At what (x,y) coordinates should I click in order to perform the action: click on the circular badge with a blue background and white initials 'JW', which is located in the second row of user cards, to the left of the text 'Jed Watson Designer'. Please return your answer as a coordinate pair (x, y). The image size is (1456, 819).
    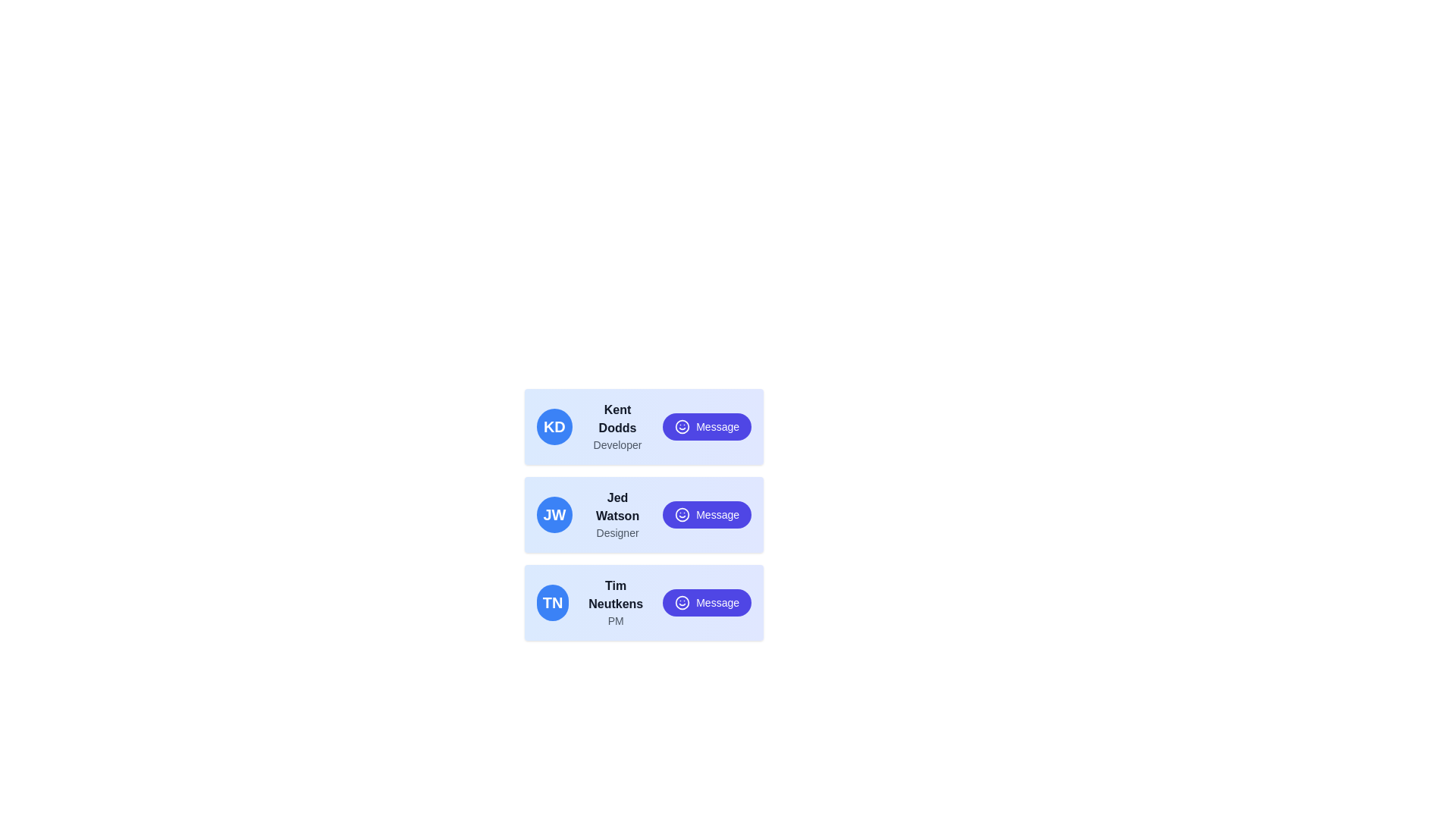
    Looking at the image, I should click on (554, 513).